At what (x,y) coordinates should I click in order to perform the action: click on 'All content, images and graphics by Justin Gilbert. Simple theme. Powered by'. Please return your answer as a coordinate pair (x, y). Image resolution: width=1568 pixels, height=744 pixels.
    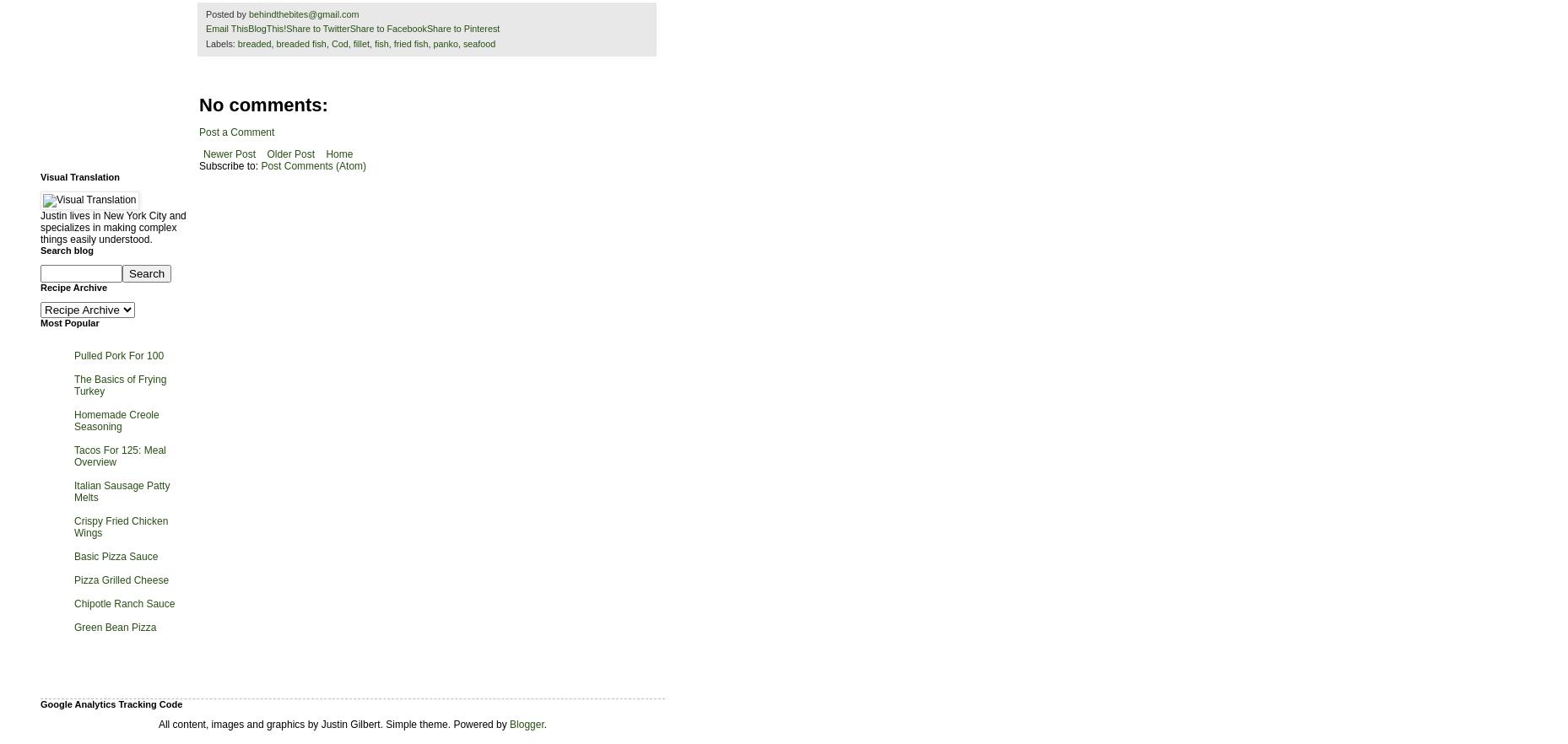
    Looking at the image, I should click on (333, 723).